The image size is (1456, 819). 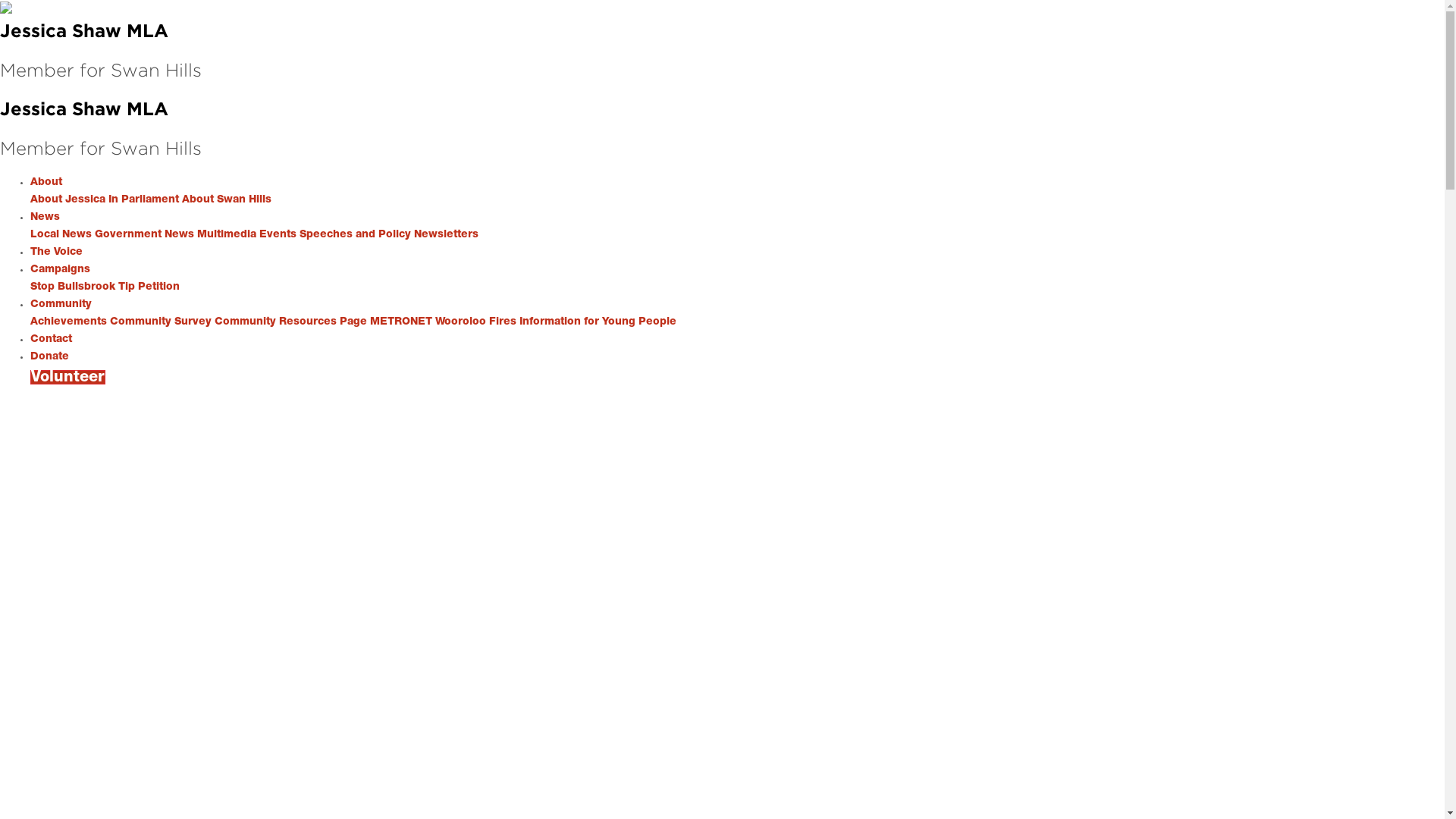 What do you see at coordinates (214, 321) in the screenshot?
I see `'Community Resources Page'` at bounding box center [214, 321].